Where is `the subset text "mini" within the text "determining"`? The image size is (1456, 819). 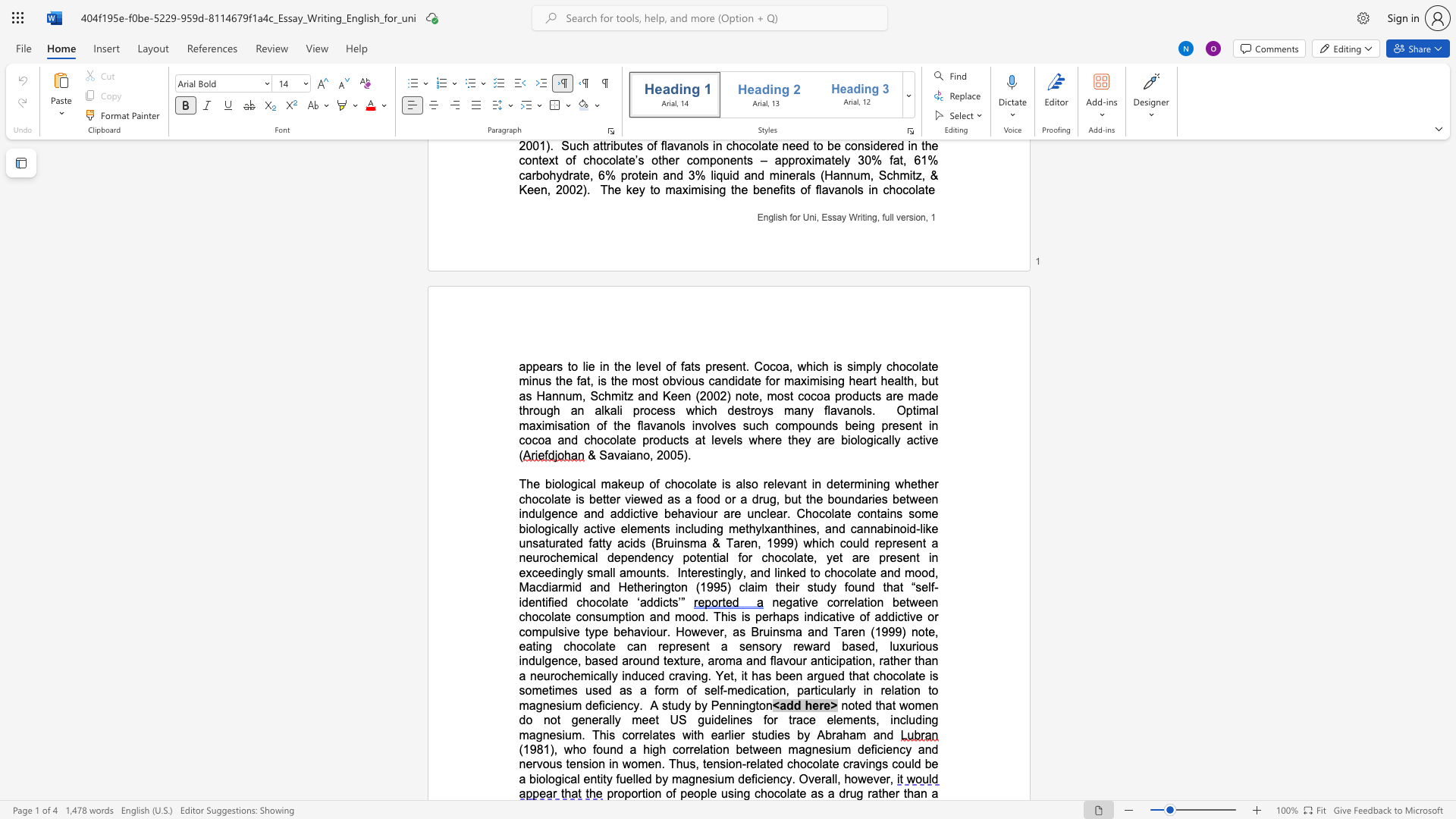 the subset text "mini" within the text "determining" is located at coordinates (854, 484).